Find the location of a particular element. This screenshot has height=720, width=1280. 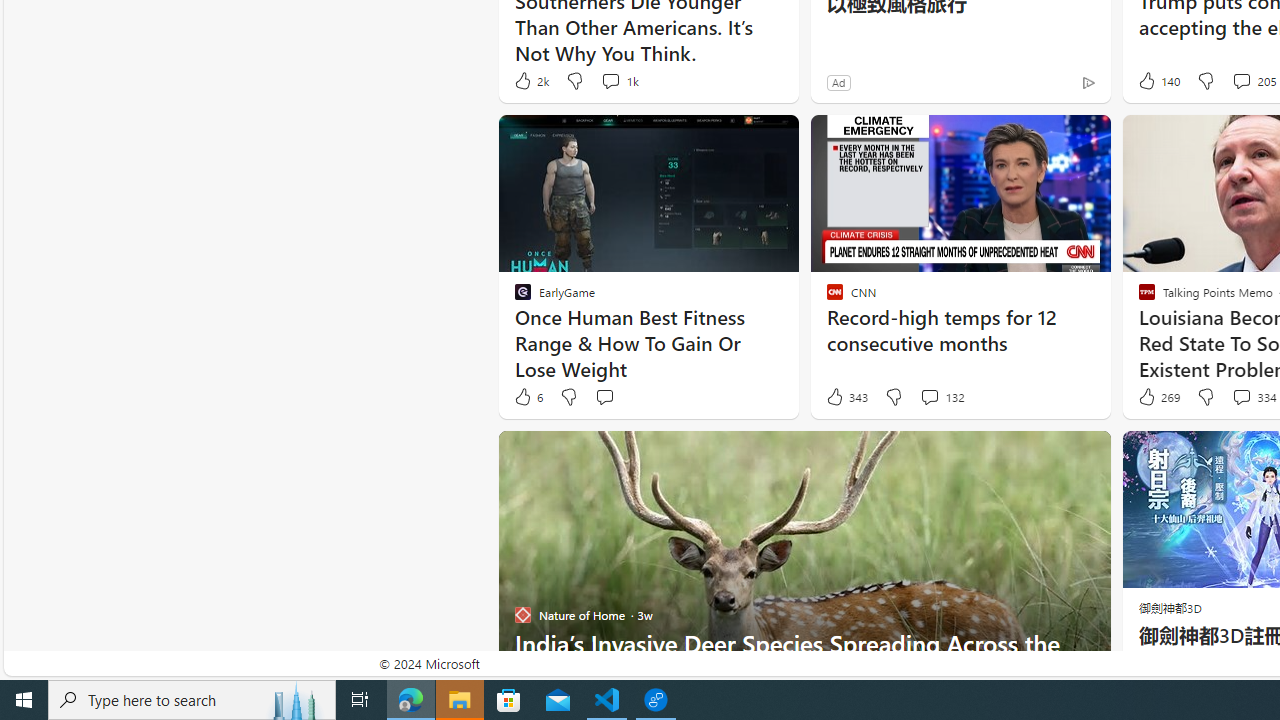

'View comments 132 Comment' is located at coordinates (928, 397).